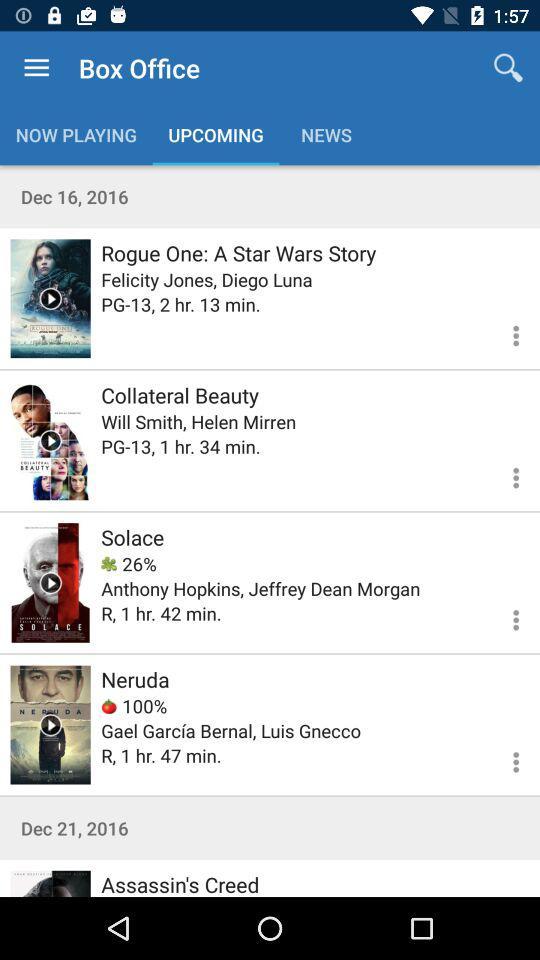  Describe the element at coordinates (50, 440) in the screenshot. I see `more information on the movie` at that location.